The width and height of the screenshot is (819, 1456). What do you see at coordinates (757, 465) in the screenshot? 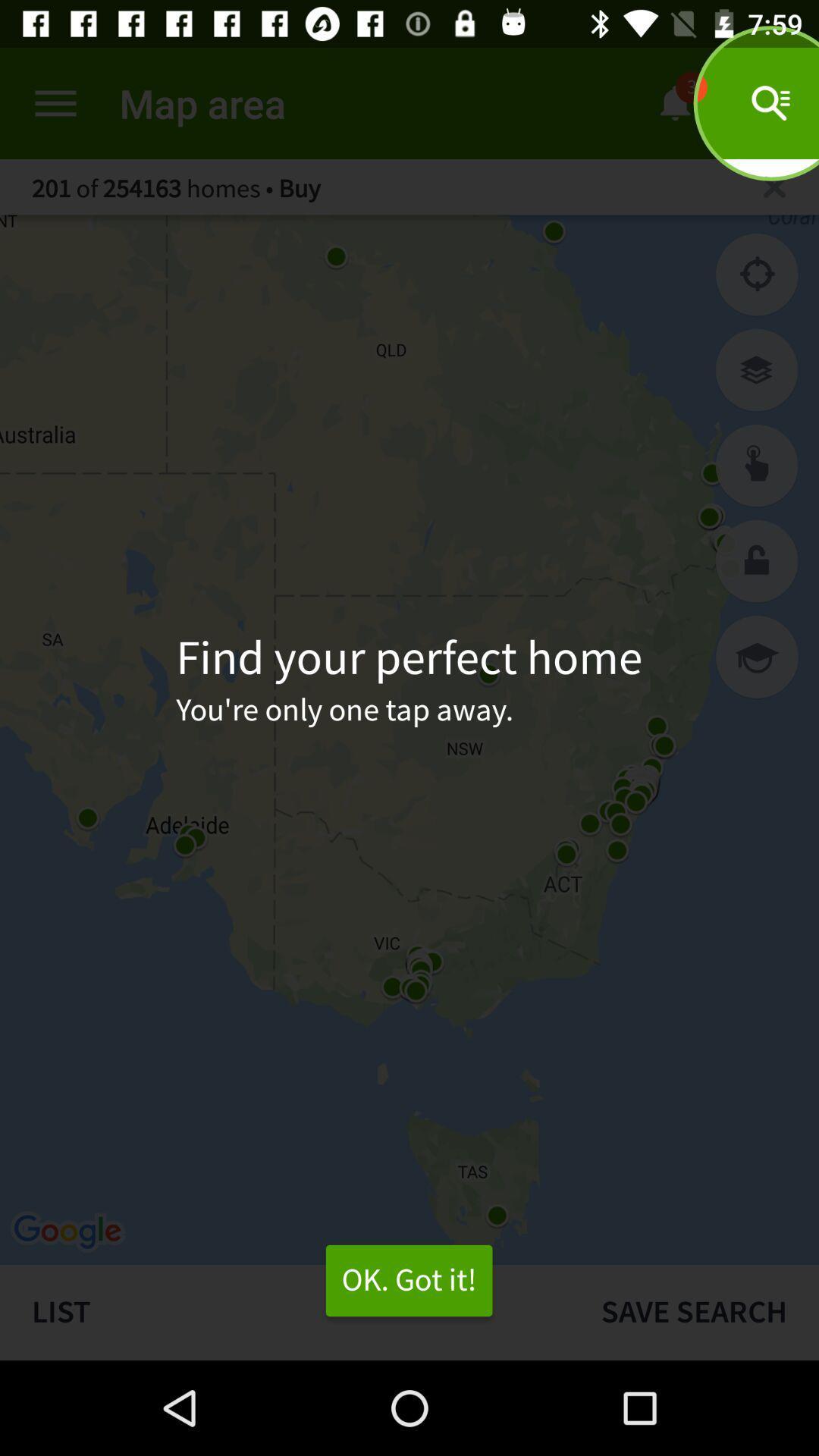
I see `area button` at bounding box center [757, 465].